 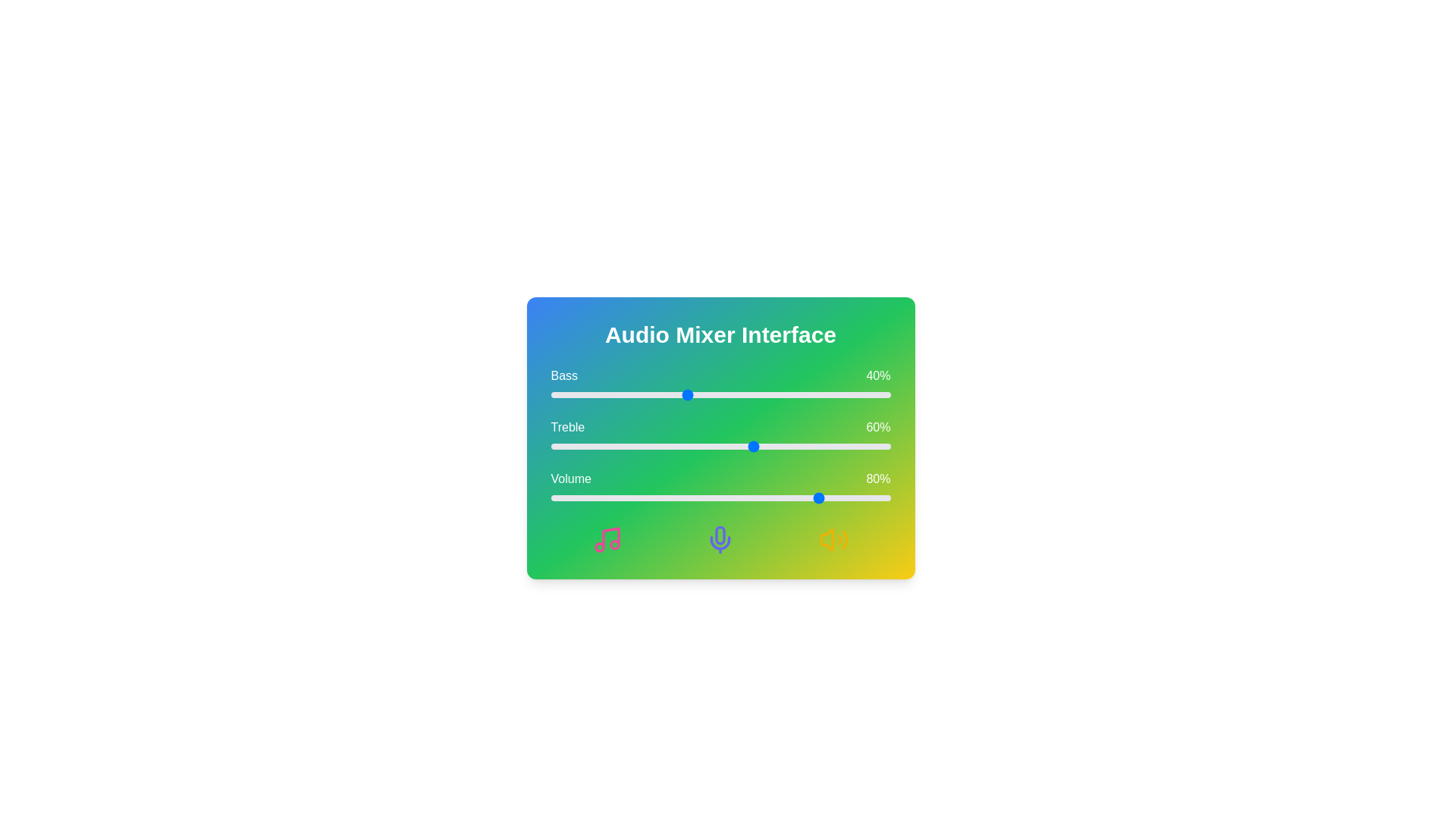 What do you see at coordinates (720, 334) in the screenshot?
I see `the title 'Audio Mixer Interface' located at the center of the component` at bounding box center [720, 334].